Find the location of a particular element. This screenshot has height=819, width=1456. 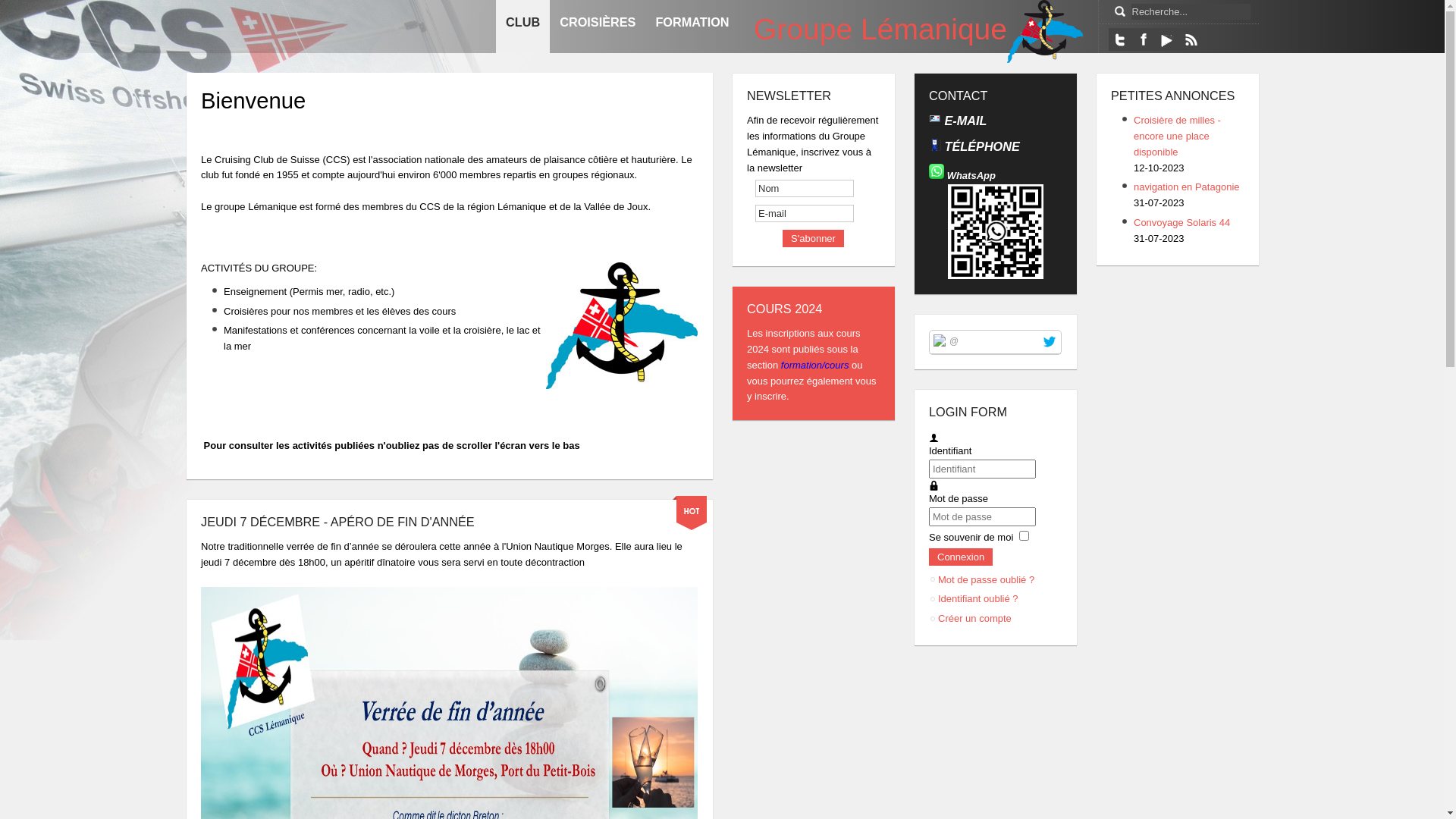

'Youtube' is located at coordinates (1154, 38).